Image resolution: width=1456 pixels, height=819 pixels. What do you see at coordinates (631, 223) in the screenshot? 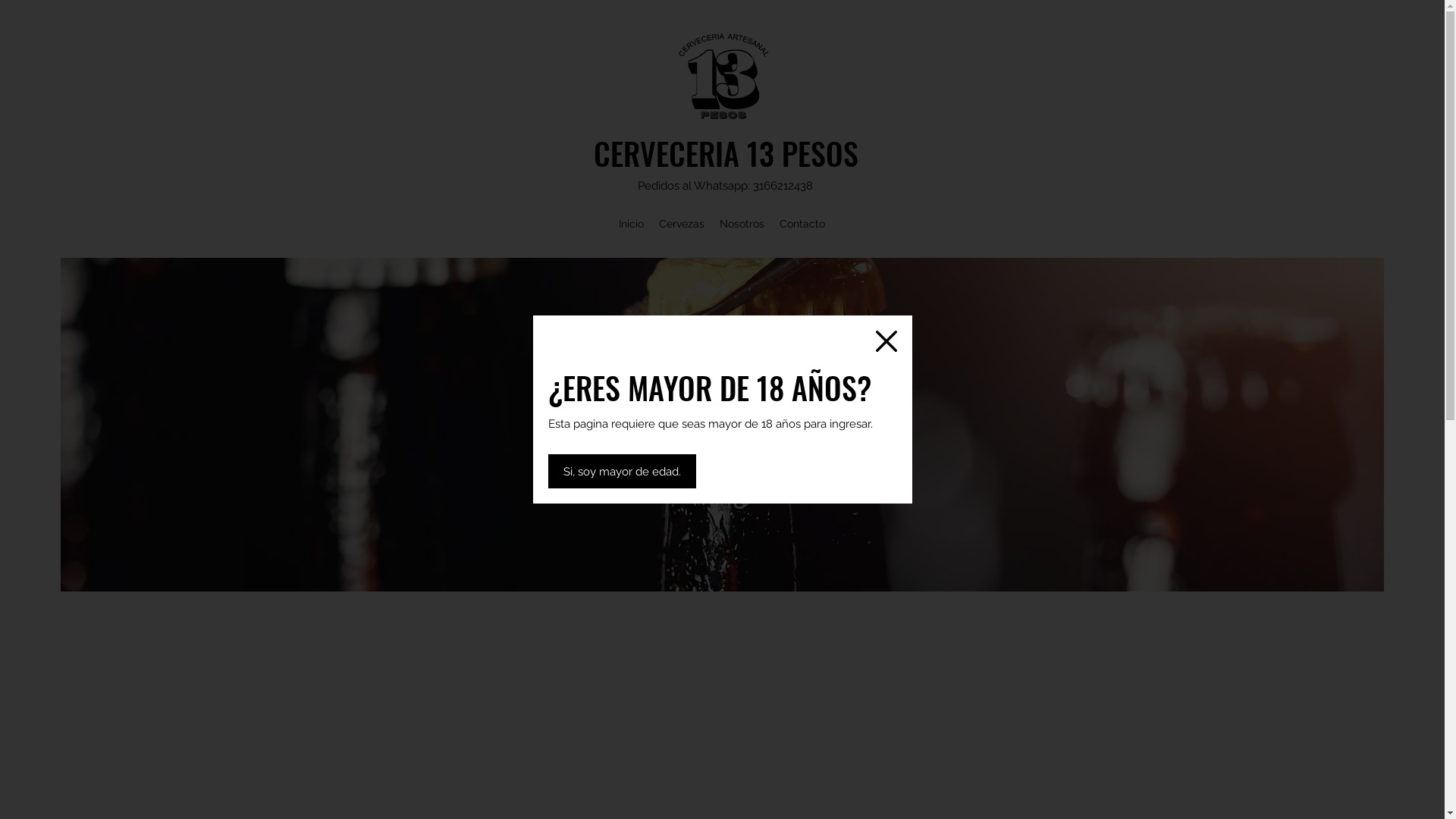
I see `'Inicio'` at bounding box center [631, 223].